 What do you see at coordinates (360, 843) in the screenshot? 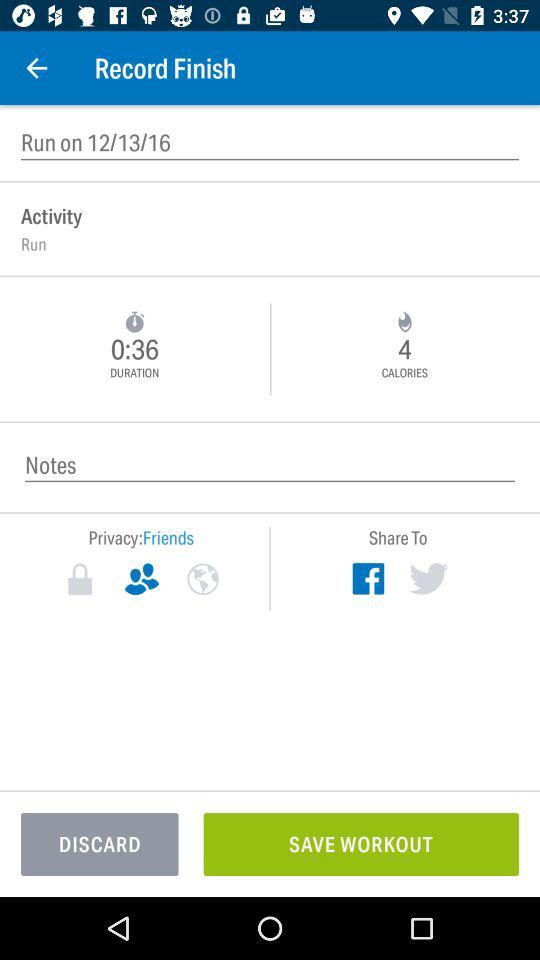
I see `the item to the right of discard icon` at bounding box center [360, 843].